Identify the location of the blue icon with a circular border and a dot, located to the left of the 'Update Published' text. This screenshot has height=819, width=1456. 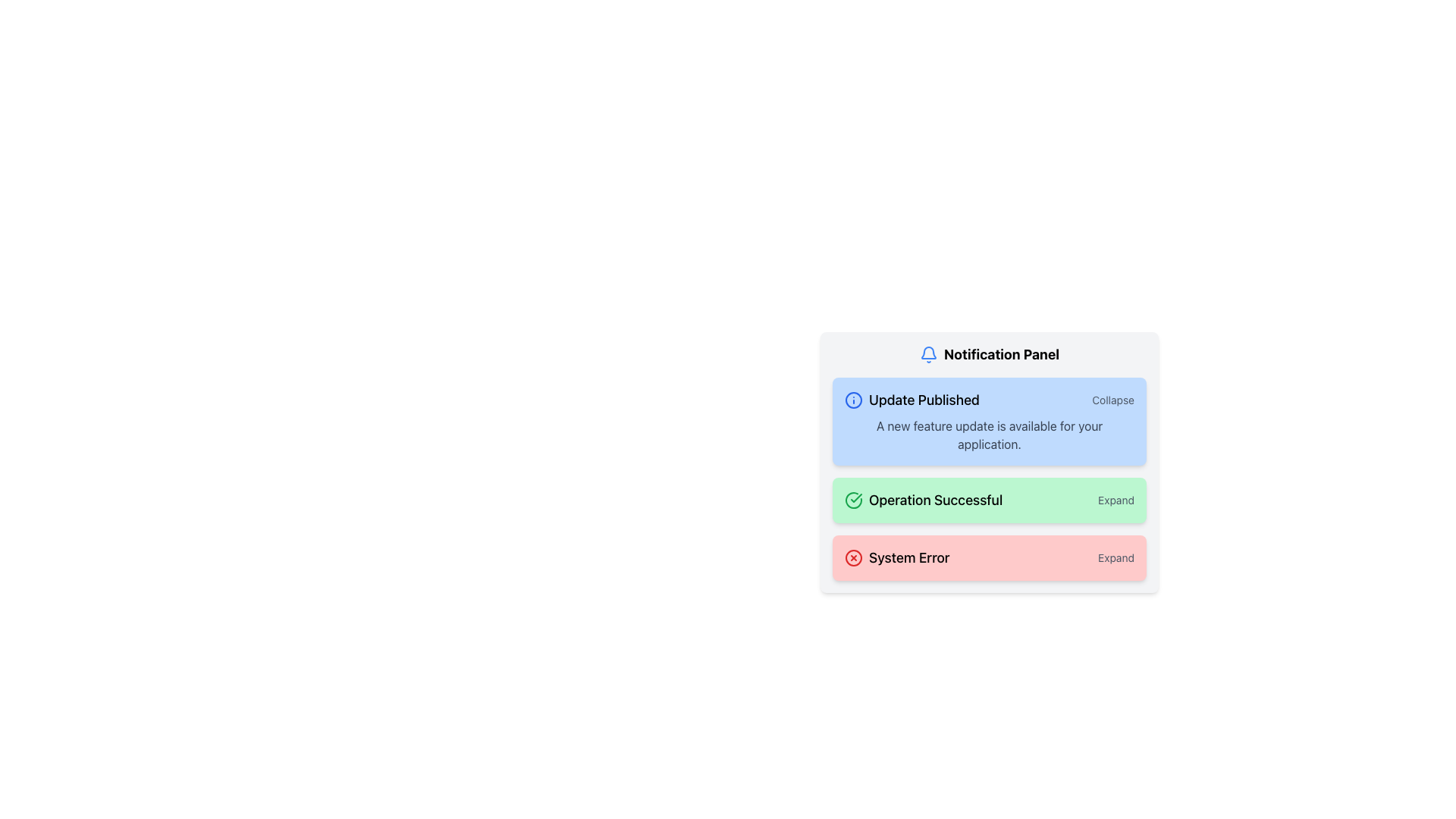
(854, 400).